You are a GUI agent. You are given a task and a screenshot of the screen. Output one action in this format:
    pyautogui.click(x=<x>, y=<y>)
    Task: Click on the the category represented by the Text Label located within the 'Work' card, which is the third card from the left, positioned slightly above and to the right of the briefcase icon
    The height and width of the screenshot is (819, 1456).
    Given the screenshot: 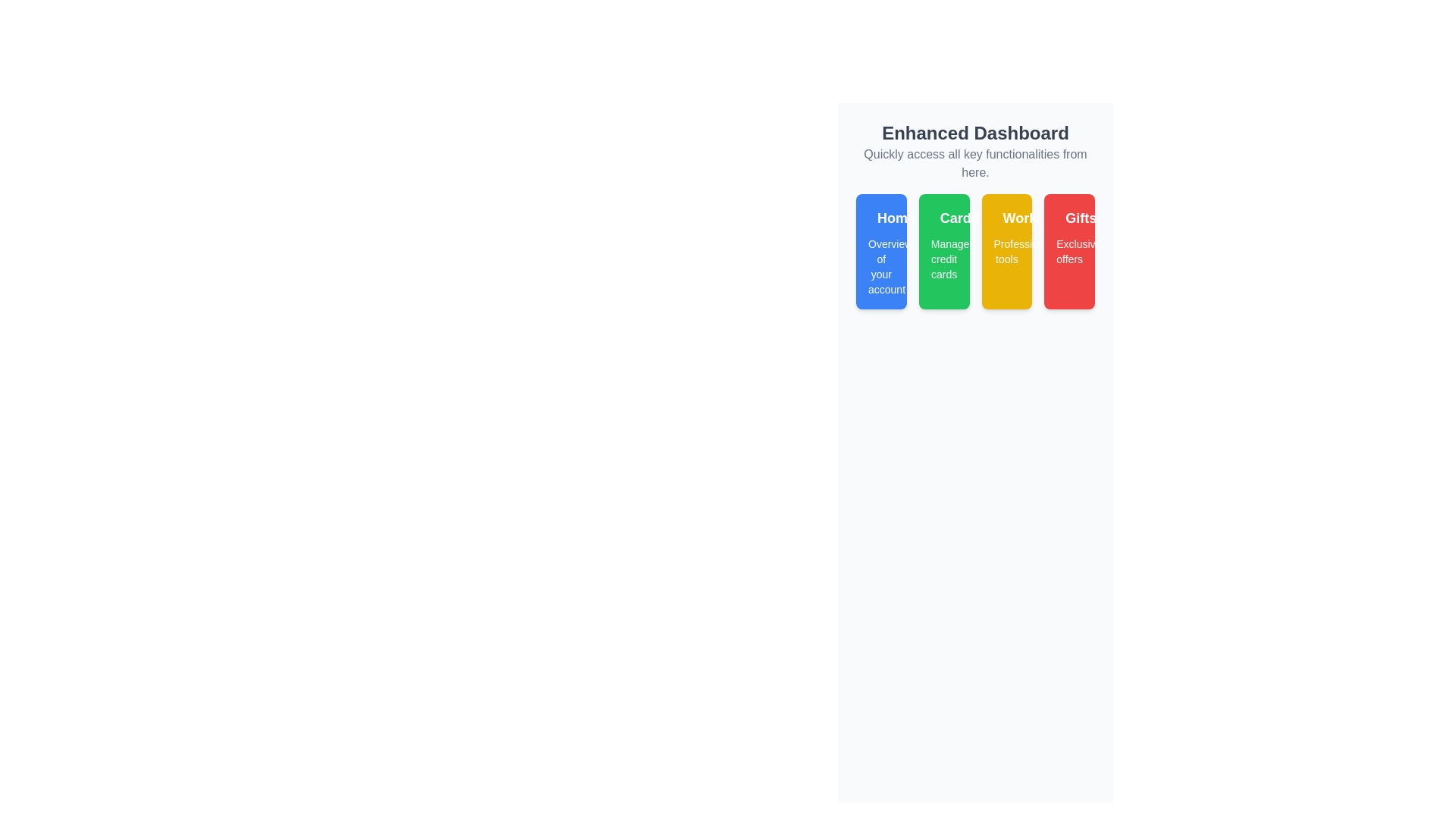 What is the action you would take?
    pyautogui.click(x=1006, y=218)
    